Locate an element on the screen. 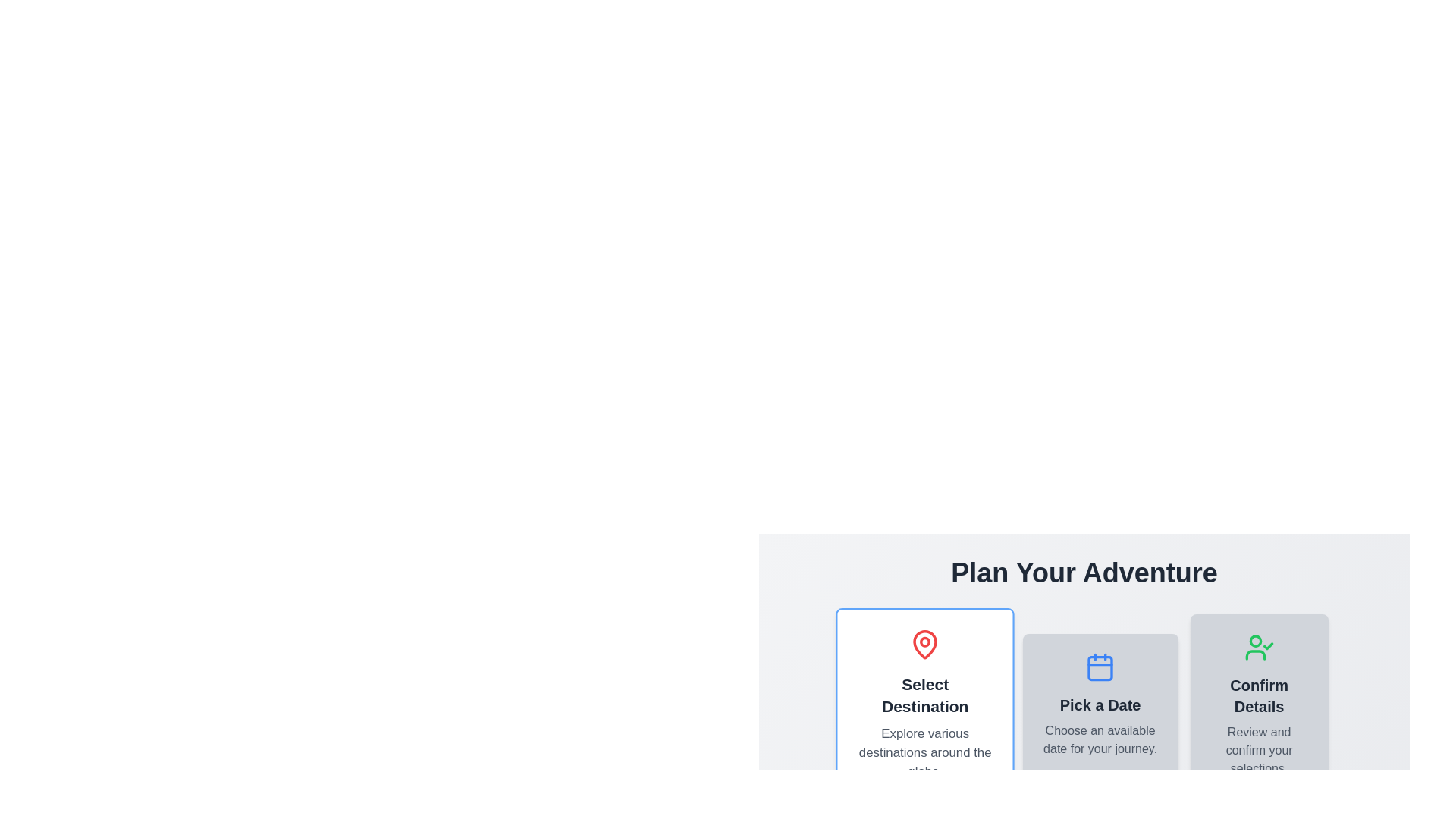 Image resolution: width=1456 pixels, height=819 pixels. the red circular marker inside the map pin icon of the 'Select Destination' card in the 'Plan Your Adventure' section is located at coordinates (924, 642).